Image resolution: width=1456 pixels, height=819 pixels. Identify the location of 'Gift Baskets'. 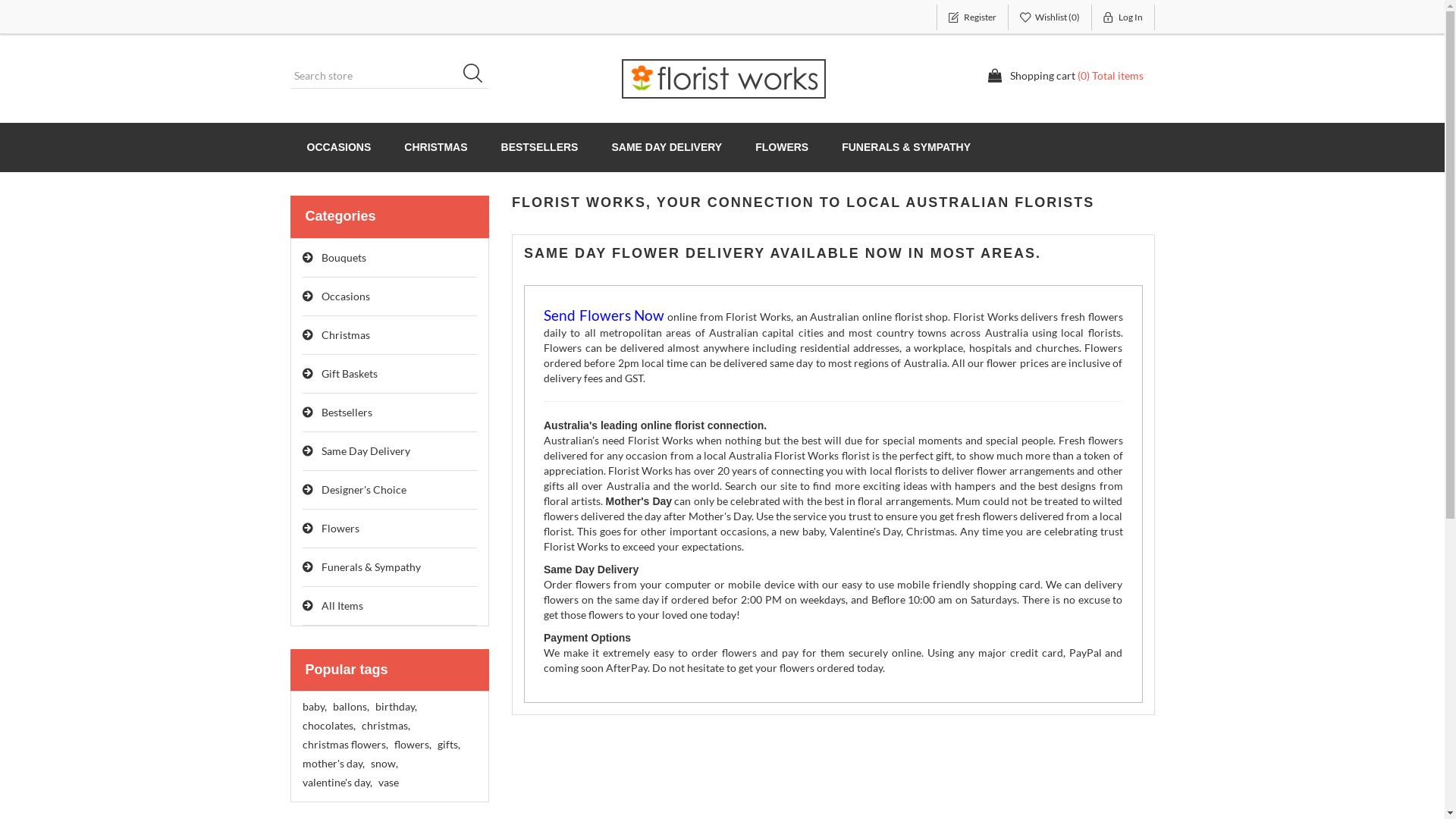
(389, 374).